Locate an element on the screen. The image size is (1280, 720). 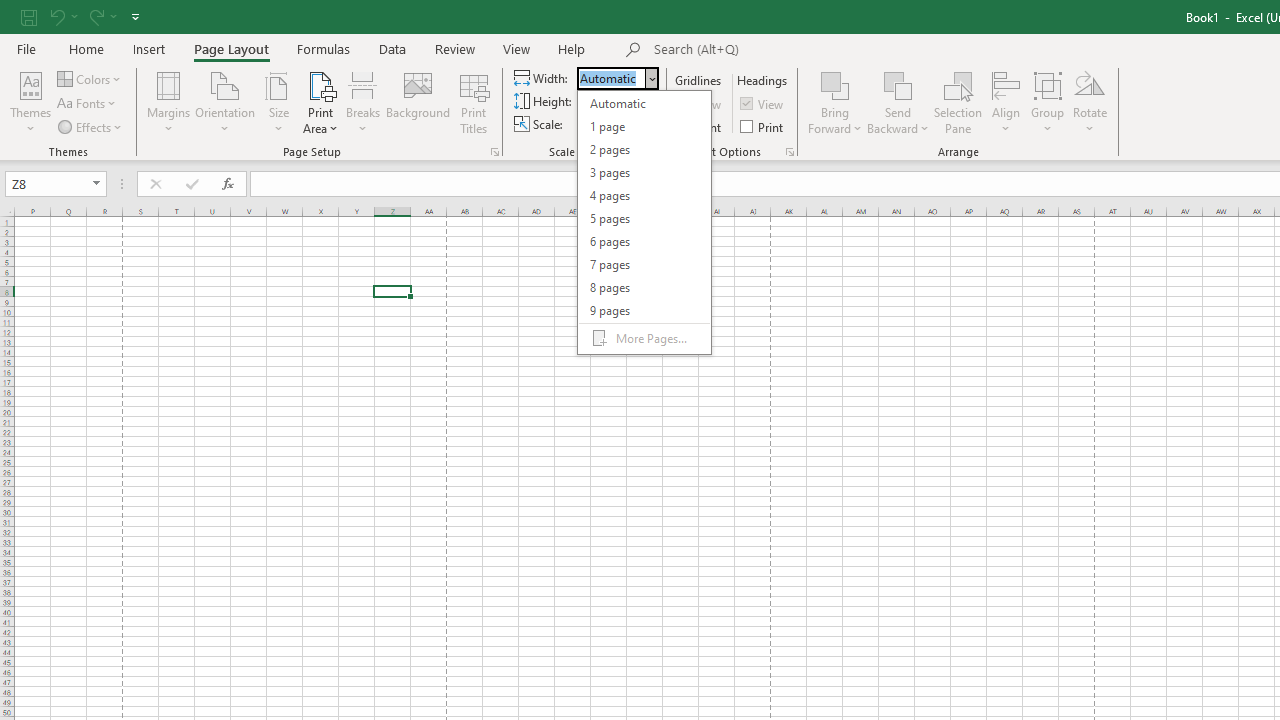
'Print Area' is located at coordinates (320, 103).